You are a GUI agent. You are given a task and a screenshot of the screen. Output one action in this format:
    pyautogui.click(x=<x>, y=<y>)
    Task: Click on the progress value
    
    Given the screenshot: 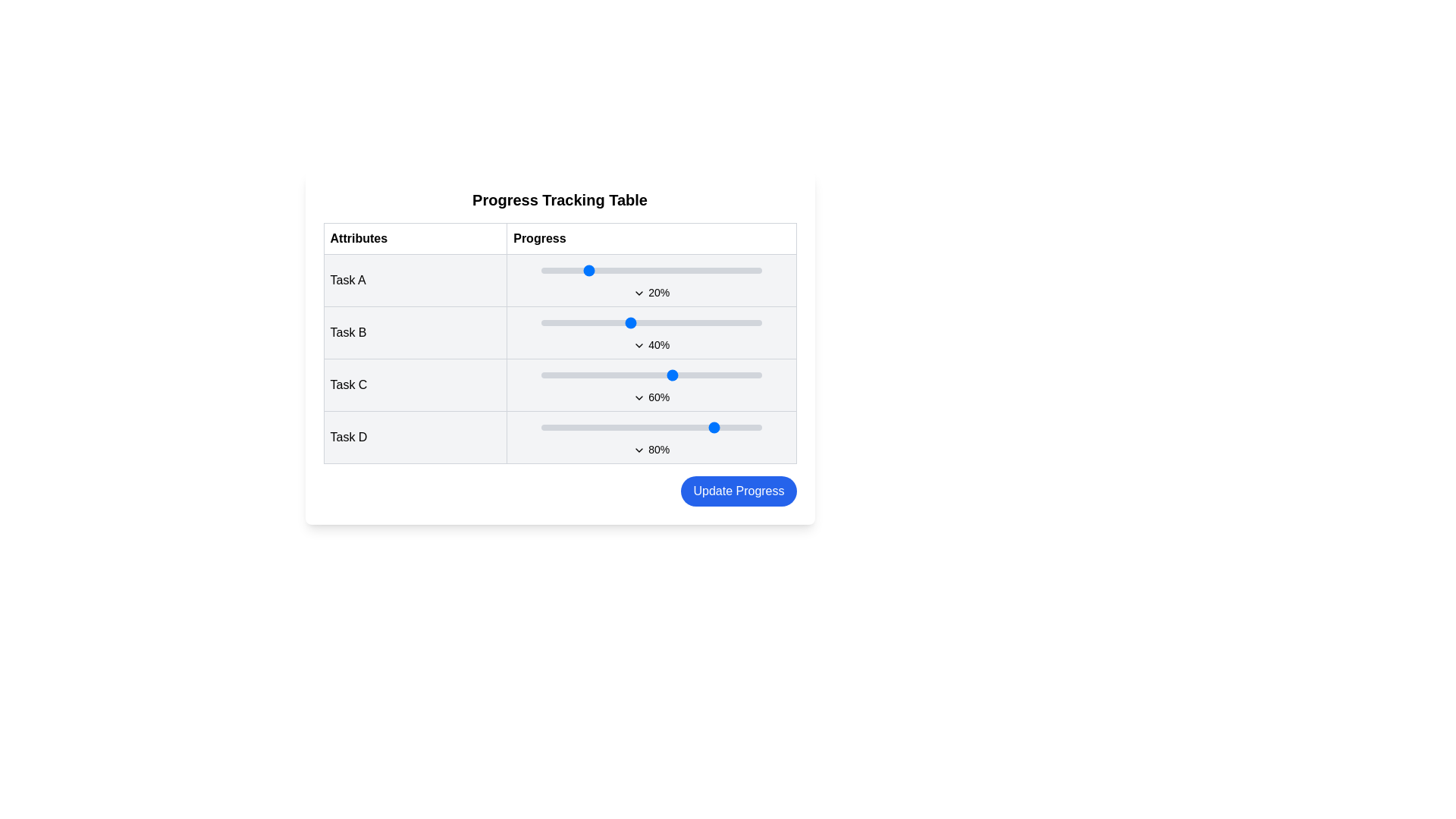 What is the action you would take?
    pyautogui.click(x=755, y=270)
    